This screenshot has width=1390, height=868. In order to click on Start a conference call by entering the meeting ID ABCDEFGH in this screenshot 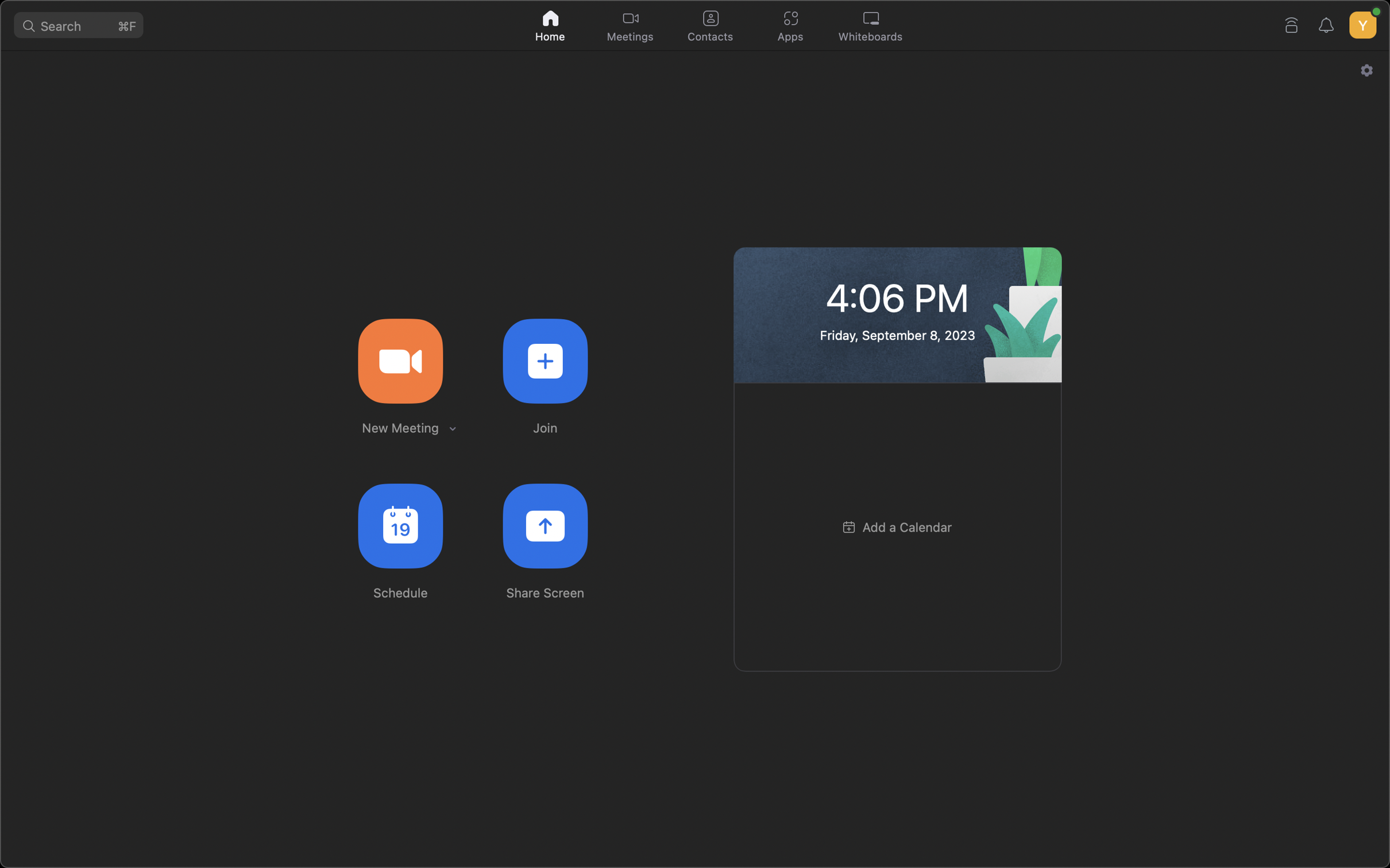, I will do `click(545, 359)`.